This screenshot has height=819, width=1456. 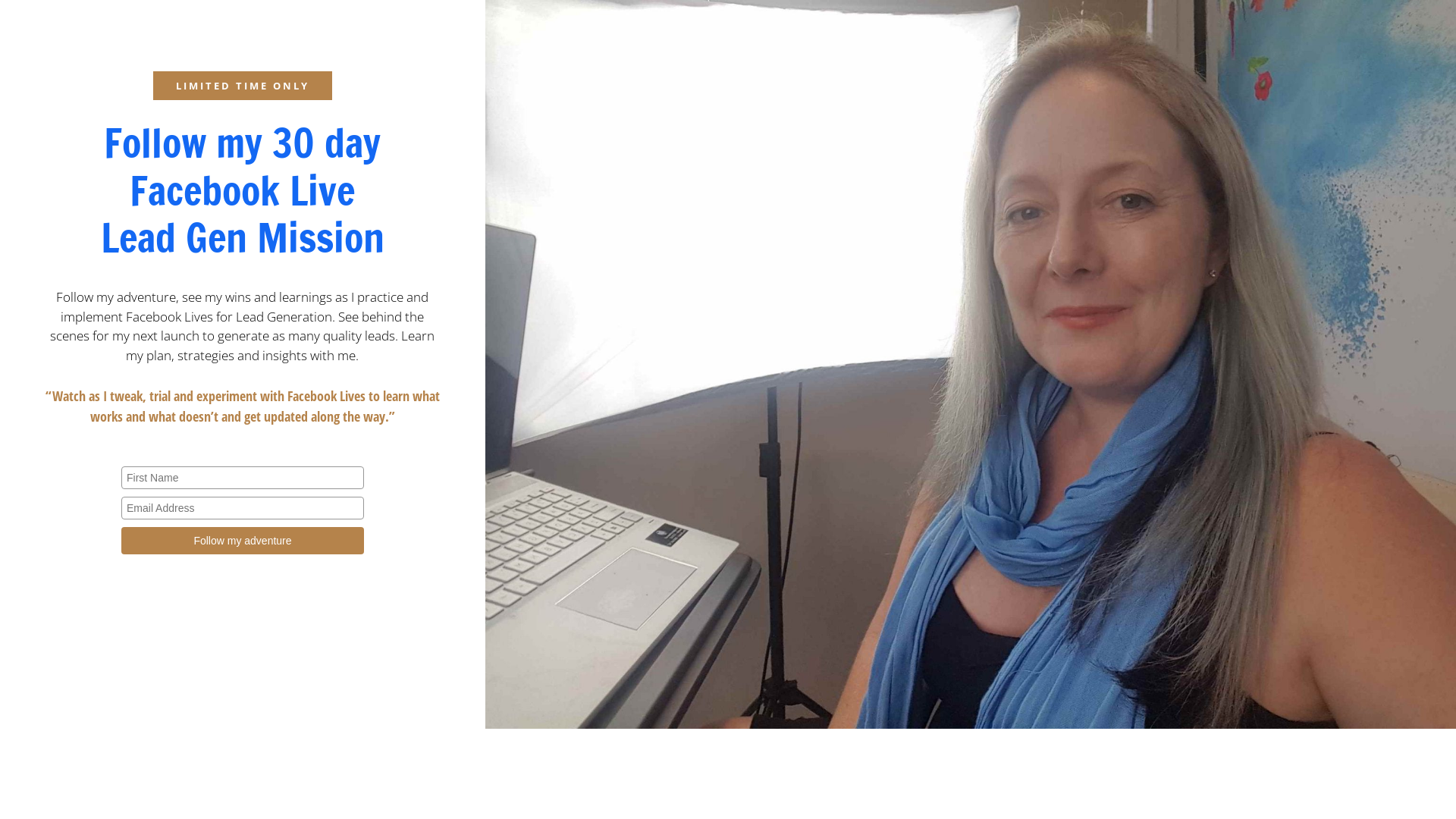 What do you see at coordinates (243, 540) in the screenshot?
I see `'Follow my adventure'` at bounding box center [243, 540].